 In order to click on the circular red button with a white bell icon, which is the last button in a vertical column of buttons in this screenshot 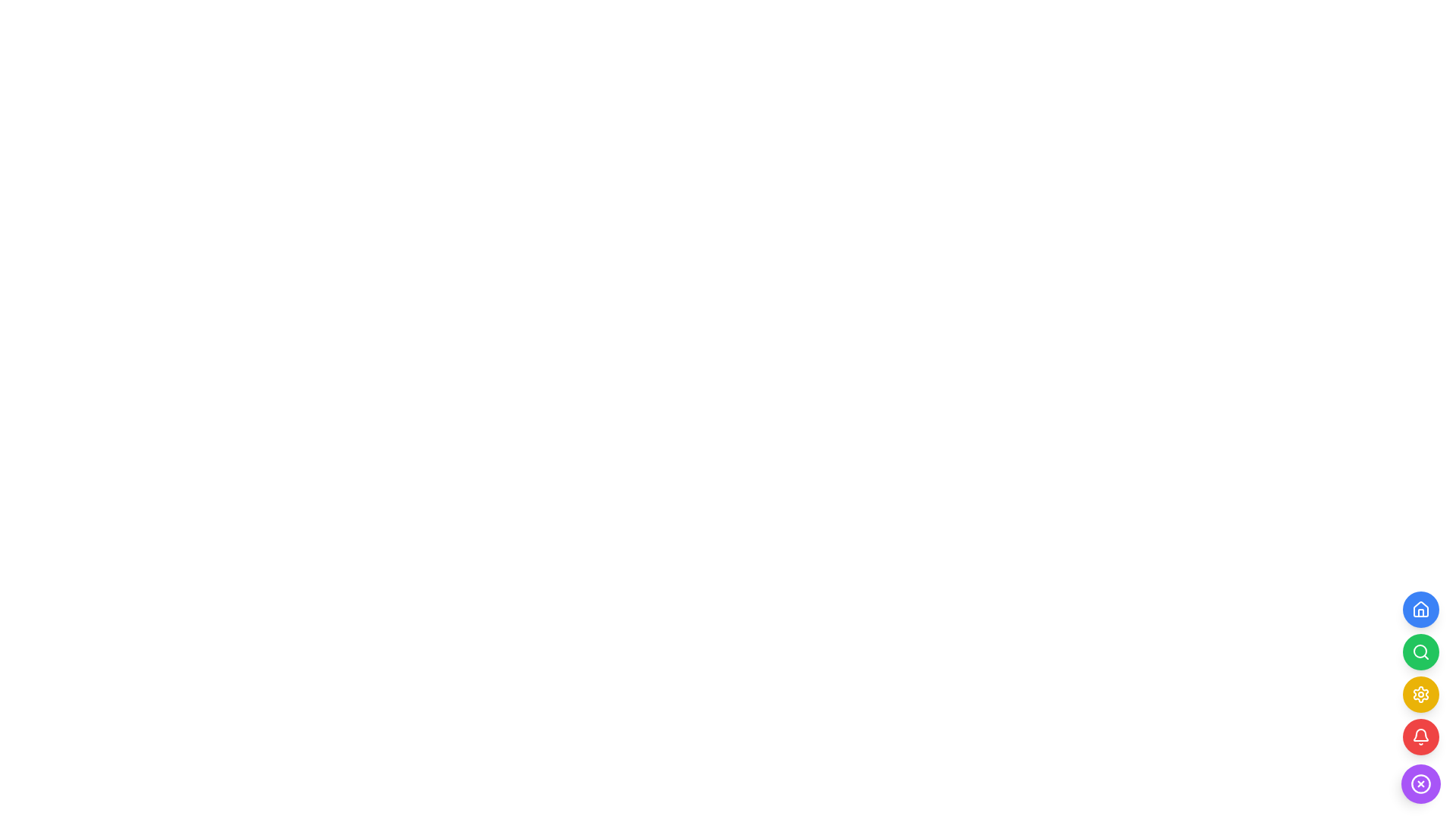, I will do `click(1420, 736)`.